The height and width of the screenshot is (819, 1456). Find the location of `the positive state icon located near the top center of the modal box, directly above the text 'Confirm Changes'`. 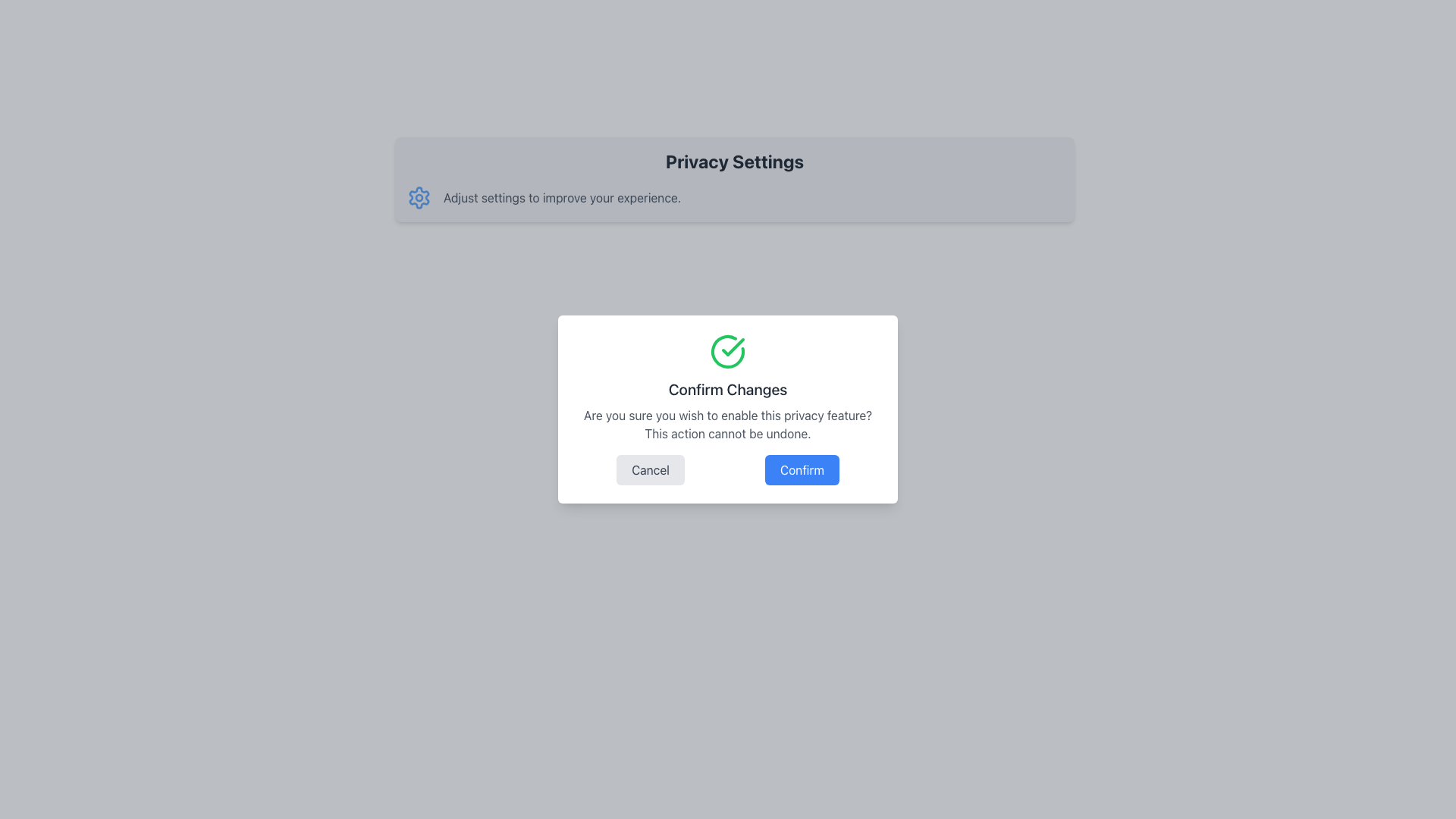

the positive state icon located near the top center of the modal box, directly above the text 'Confirm Changes' is located at coordinates (728, 351).